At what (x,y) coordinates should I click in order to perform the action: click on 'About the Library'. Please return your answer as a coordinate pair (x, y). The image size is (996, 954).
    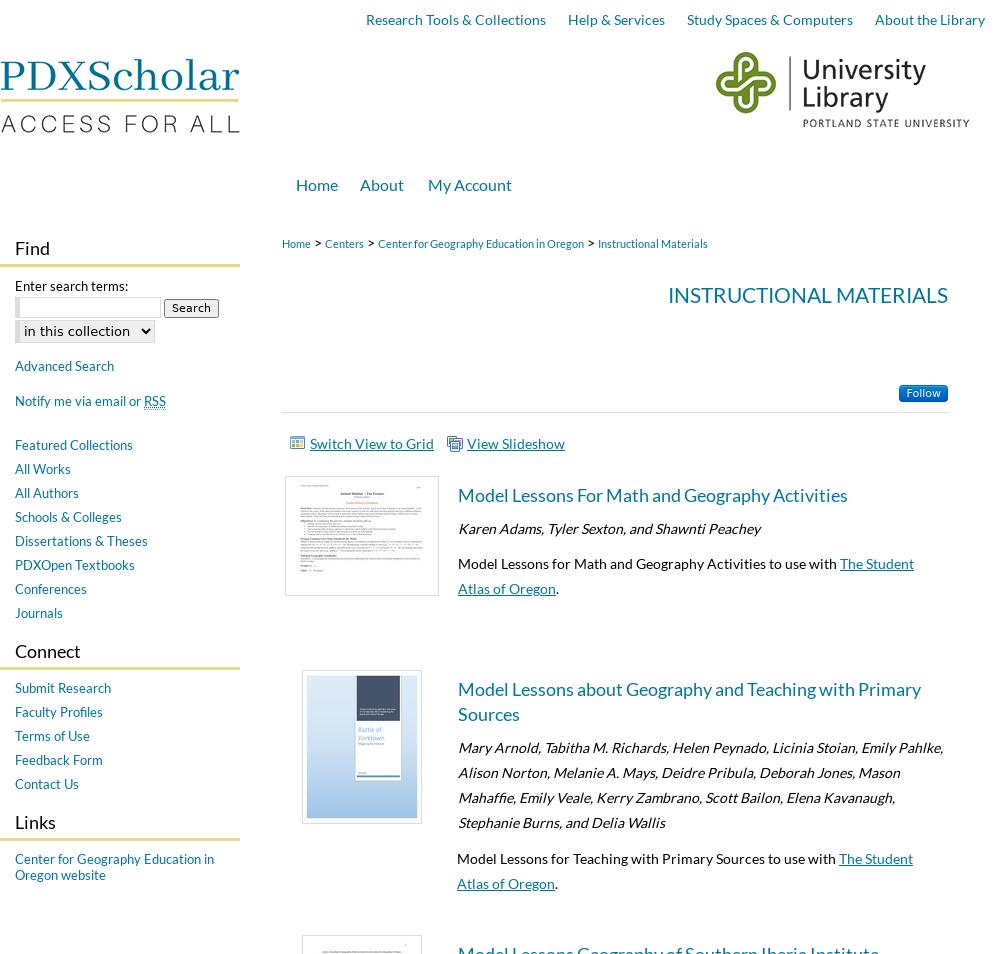
    Looking at the image, I should click on (928, 18).